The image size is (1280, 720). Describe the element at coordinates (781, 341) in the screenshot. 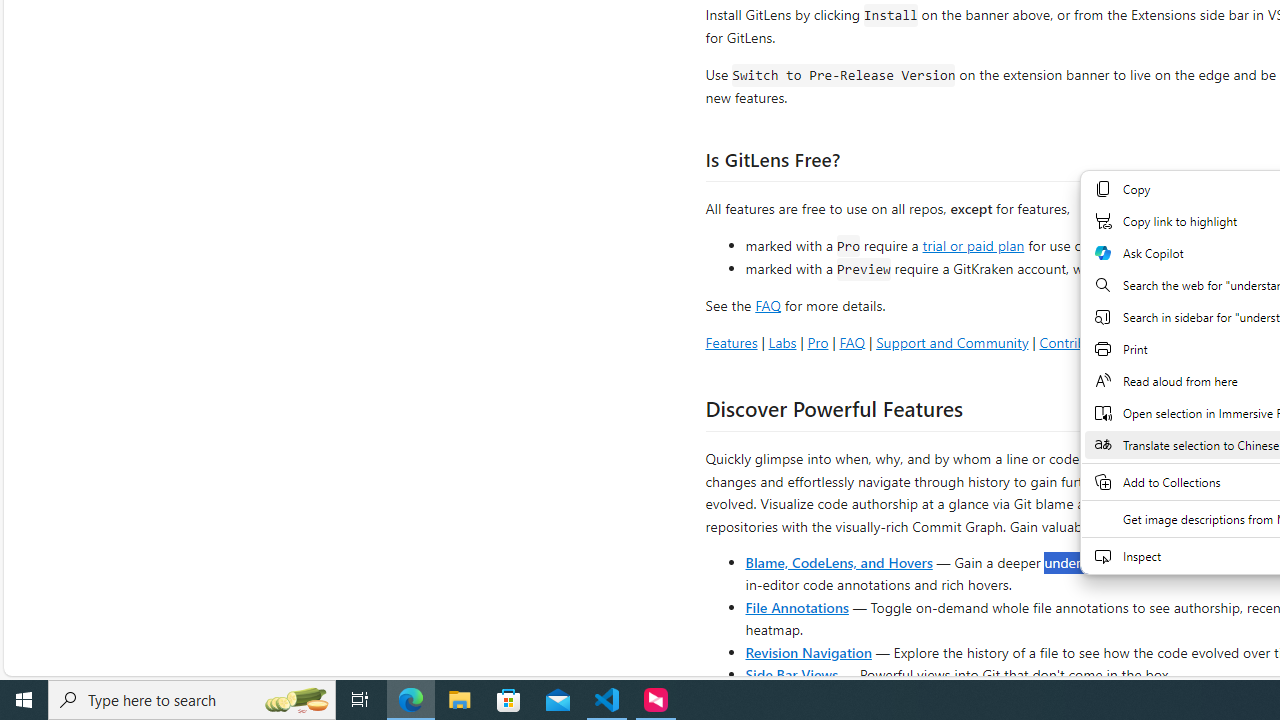

I see `'Labs'` at that location.